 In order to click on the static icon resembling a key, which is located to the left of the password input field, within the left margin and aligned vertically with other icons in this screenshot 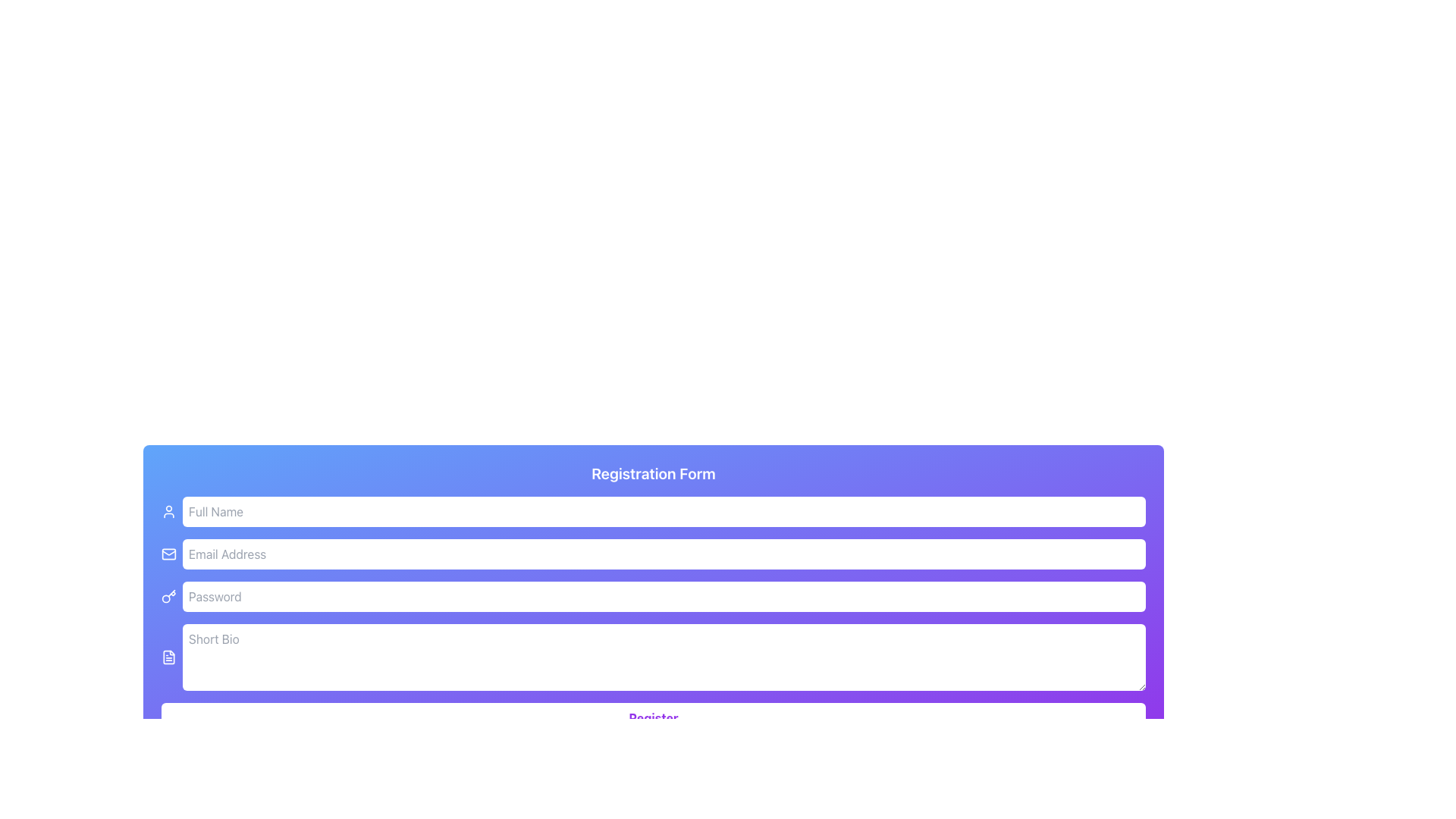, I will do `click(168, 595)`.